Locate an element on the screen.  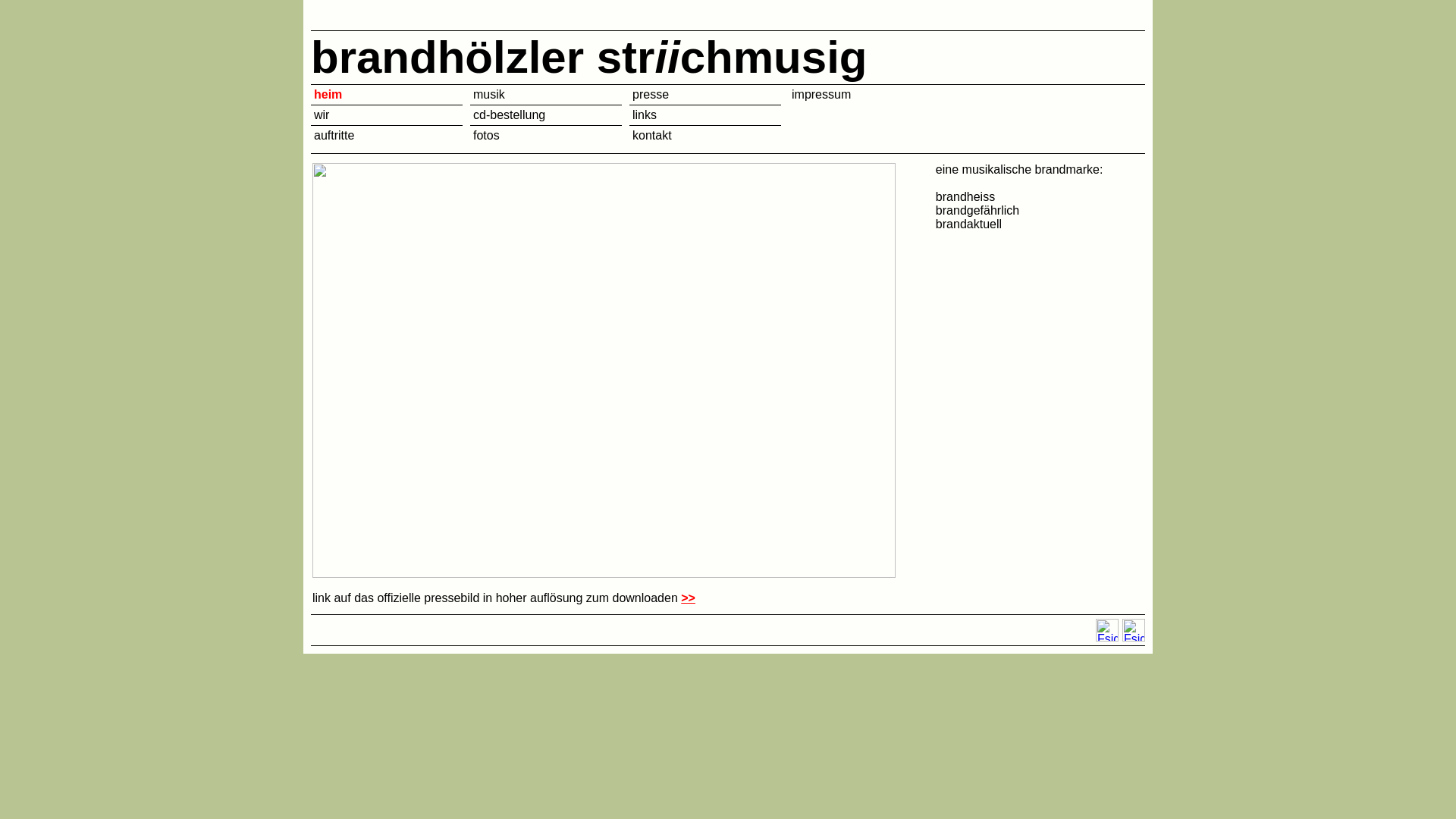
'auftritte' is located at coordinates (333, 134).